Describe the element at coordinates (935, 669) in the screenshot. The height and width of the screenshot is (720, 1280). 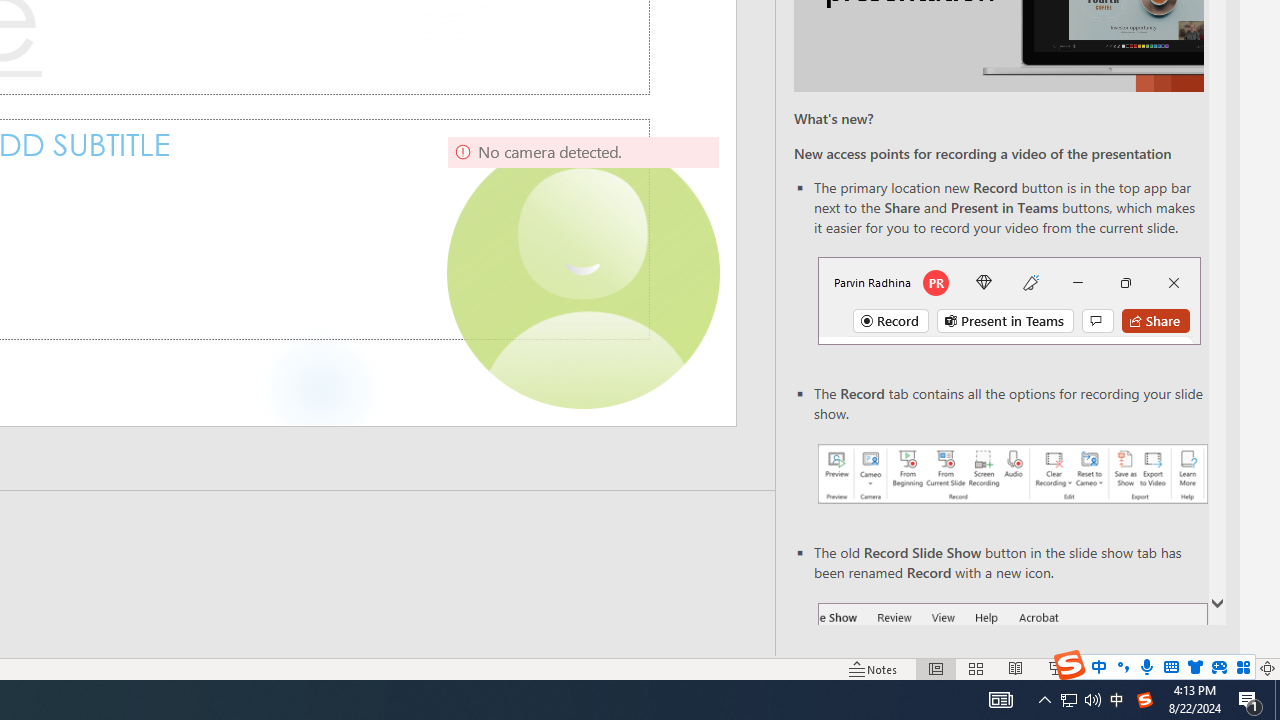
I see `'Normal'` at that location.